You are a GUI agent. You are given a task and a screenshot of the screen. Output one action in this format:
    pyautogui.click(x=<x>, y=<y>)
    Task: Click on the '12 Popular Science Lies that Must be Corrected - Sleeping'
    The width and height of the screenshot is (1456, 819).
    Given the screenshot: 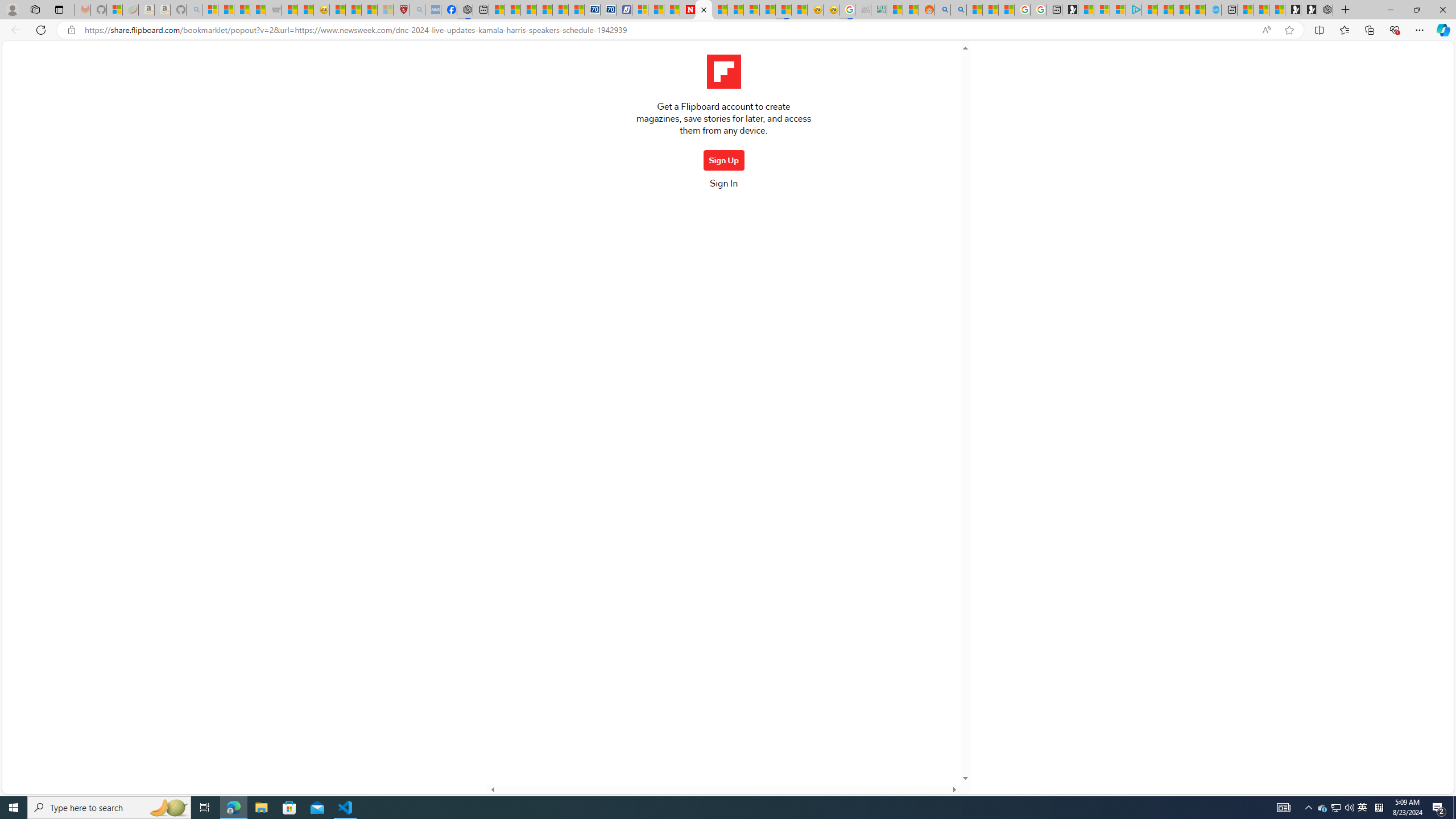 What is the action you would take?
    pyautogui.click(x=384, y=9)
    